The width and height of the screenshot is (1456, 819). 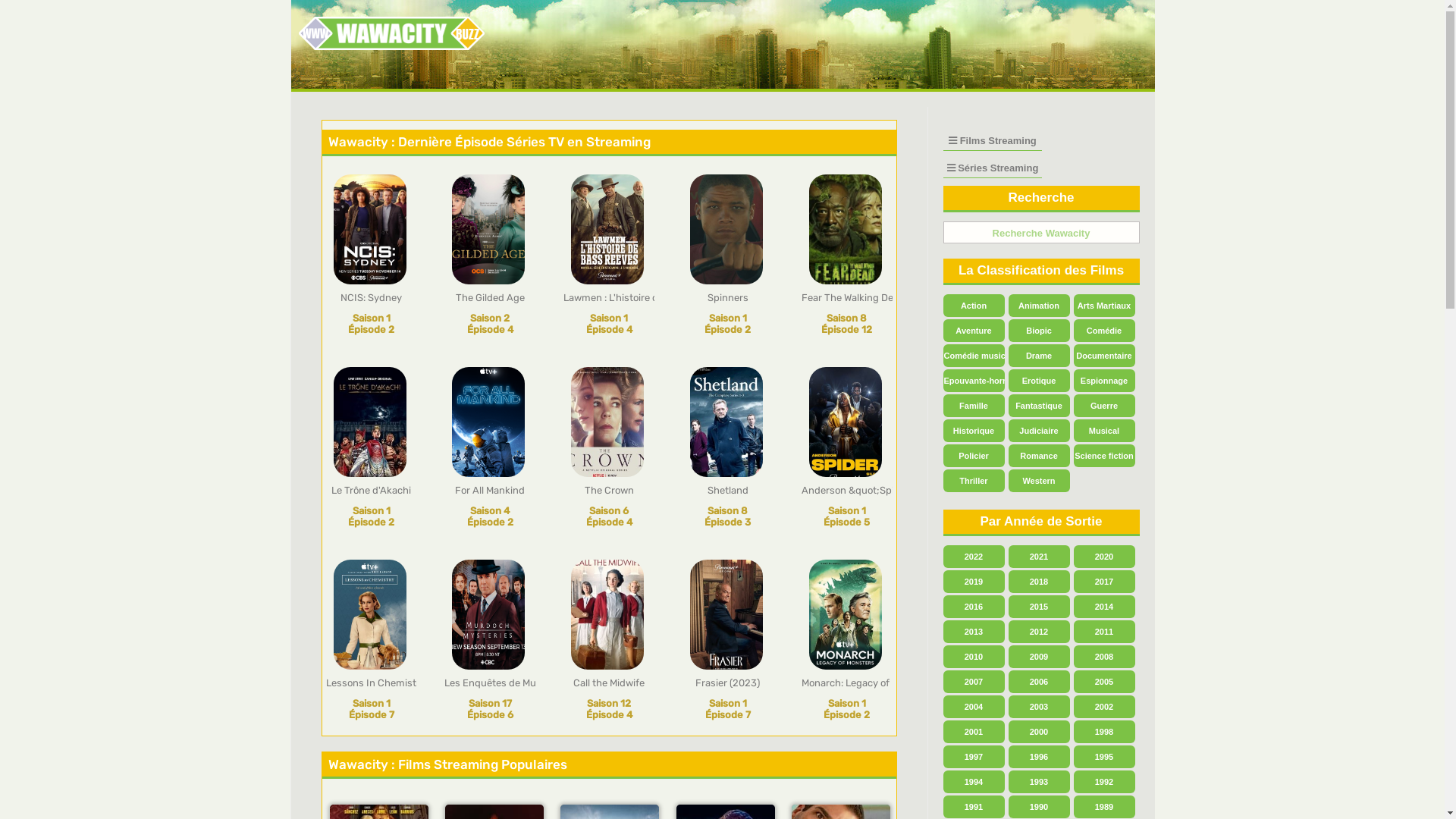 I want to click on '2014', so click(x=1104, y=605).